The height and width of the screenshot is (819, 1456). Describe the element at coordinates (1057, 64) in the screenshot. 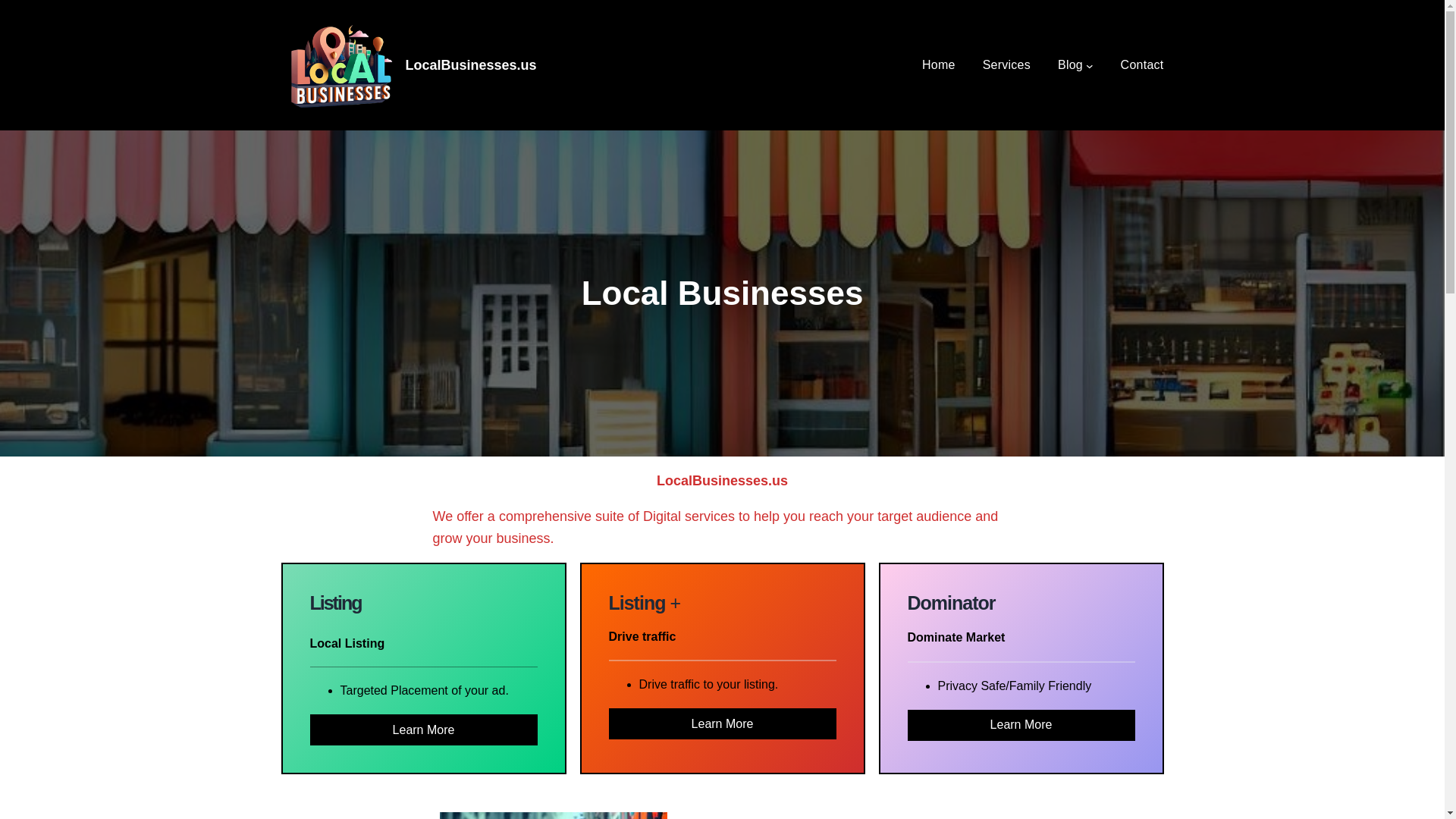

I see `'Blog'` at that location.